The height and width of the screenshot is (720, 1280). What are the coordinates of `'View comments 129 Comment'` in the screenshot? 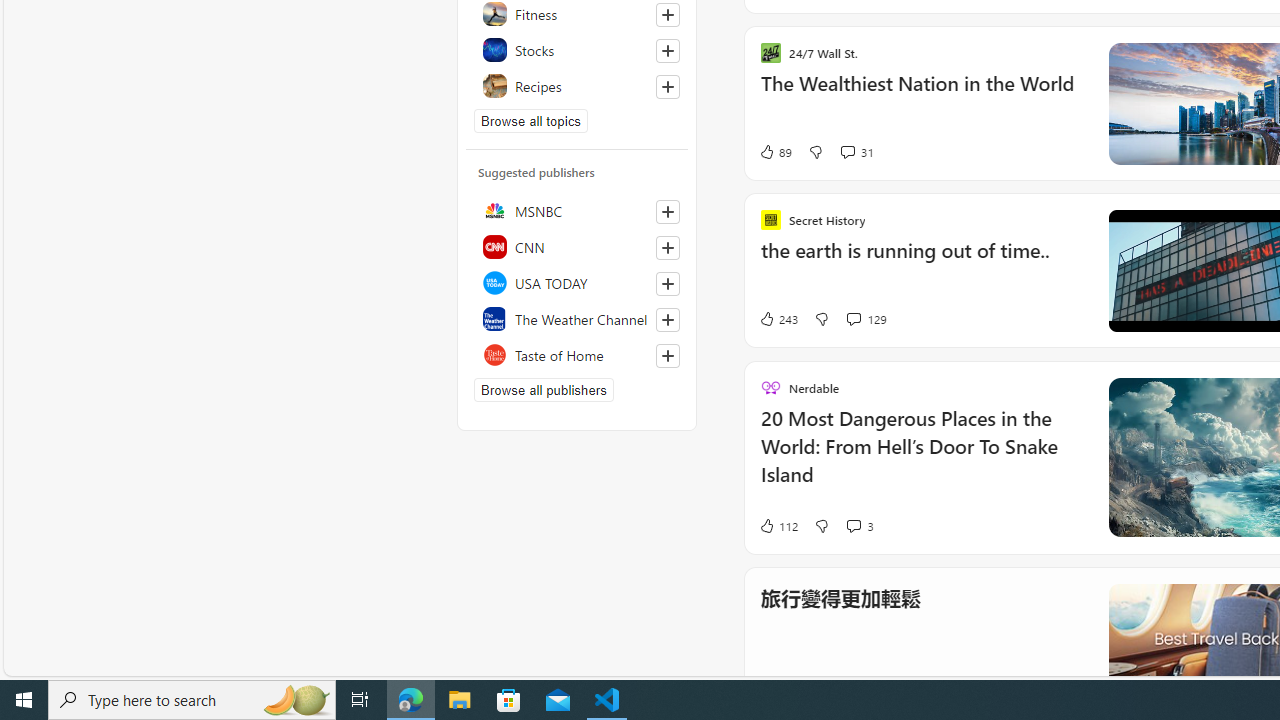 It's located at (853, 318).